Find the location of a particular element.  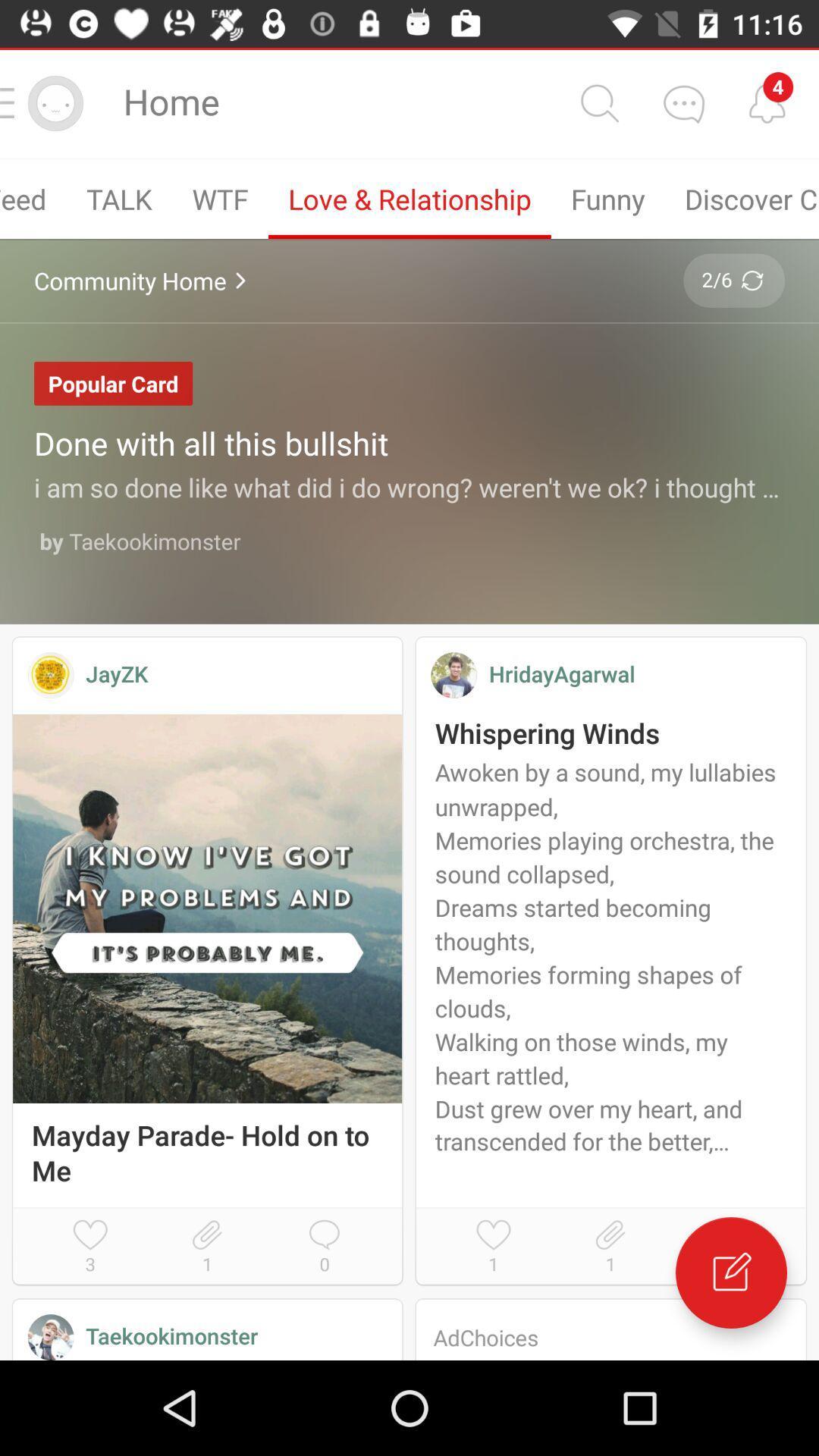

back is located at coordinates (683, 102).